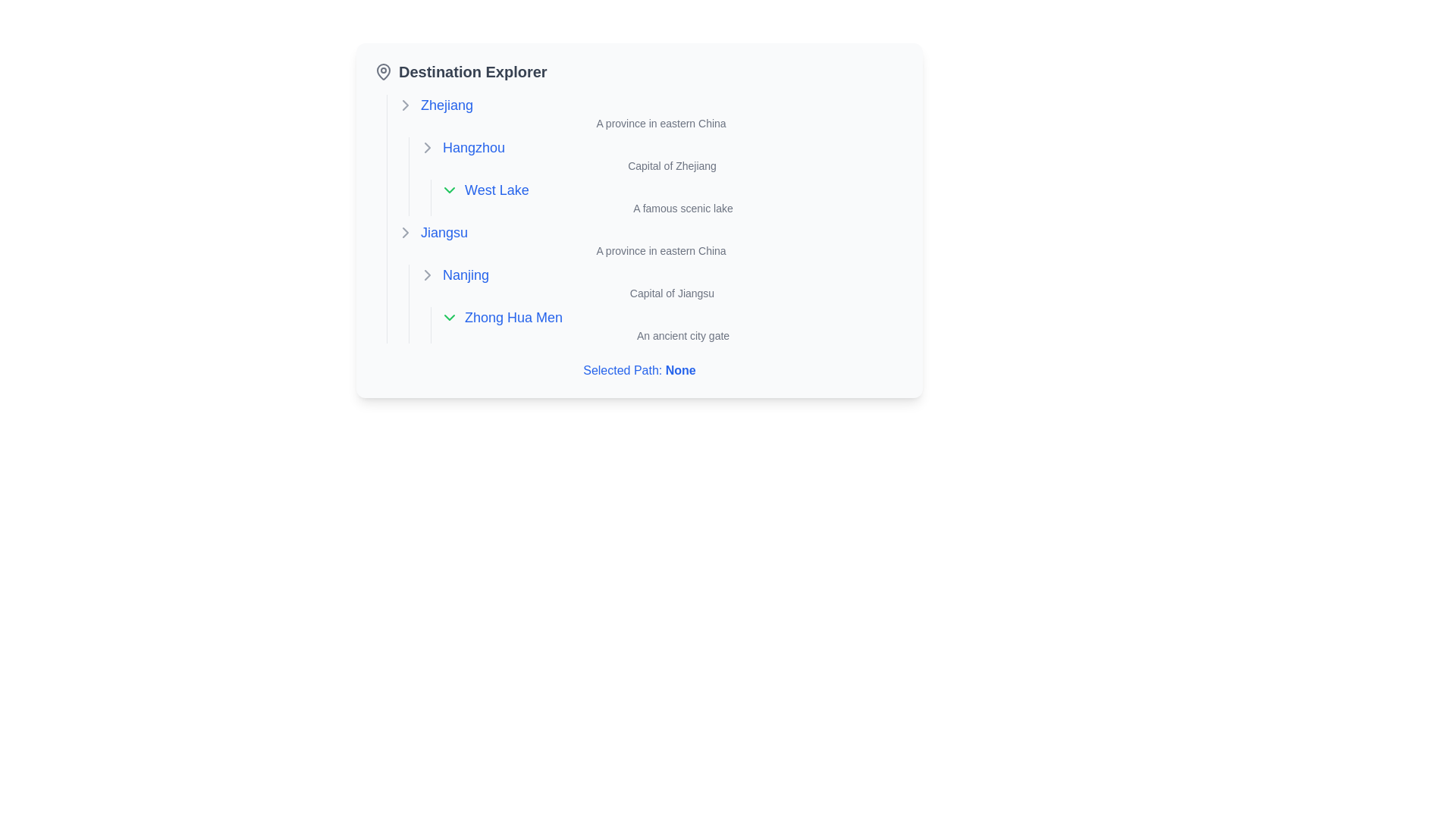 This screenshot has height=819, width=1456. What do you see at coordinates (651, 250) in the screenshot?
I see `text label styled in a smaller, gray font located to the right of the clickable blue 'Jiangsu' label, positioned below it and above the description for 'Nanjing'` at bounding box center [651, 250].